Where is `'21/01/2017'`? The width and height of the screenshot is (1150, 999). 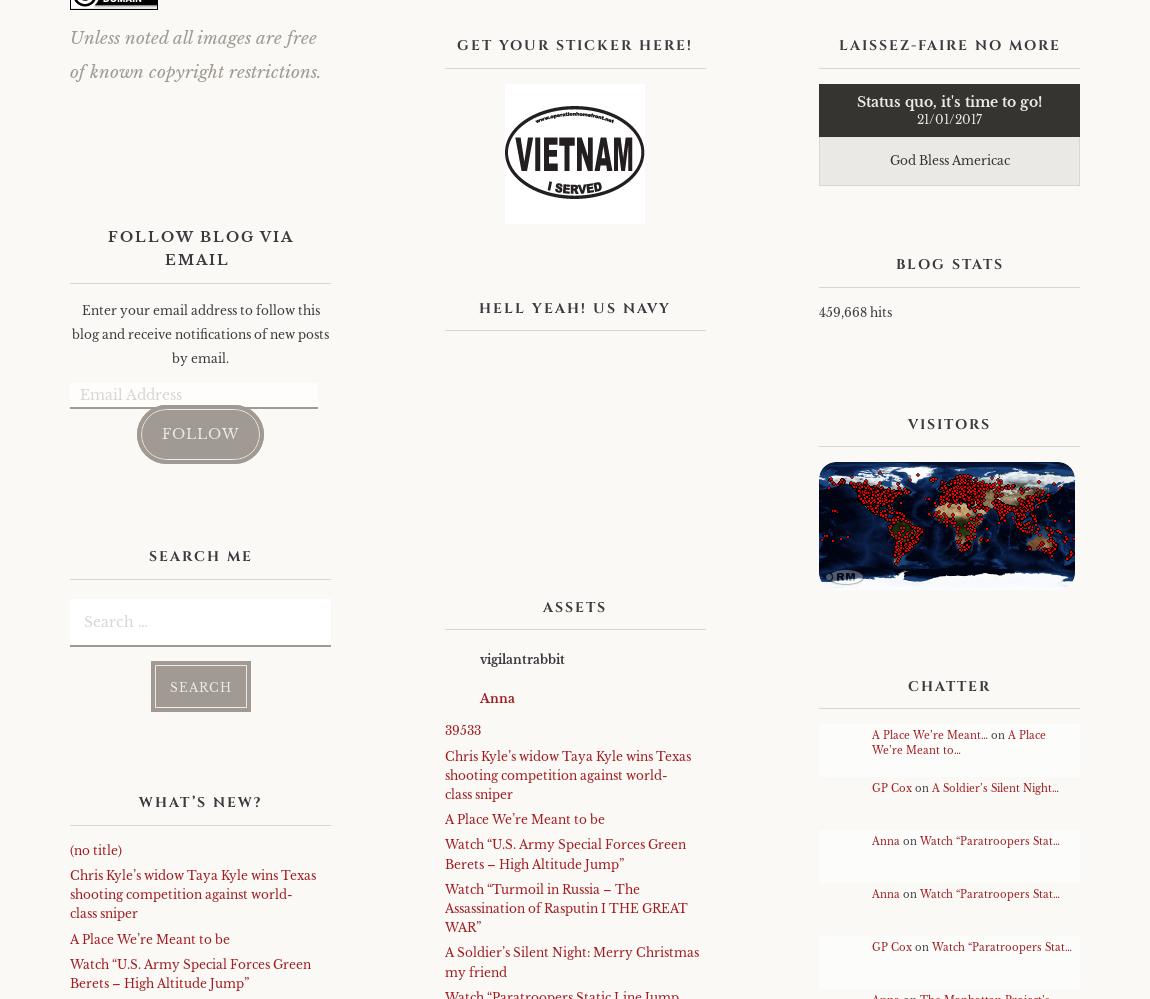
'21/01/2017' is located at coordinates (949, 119).